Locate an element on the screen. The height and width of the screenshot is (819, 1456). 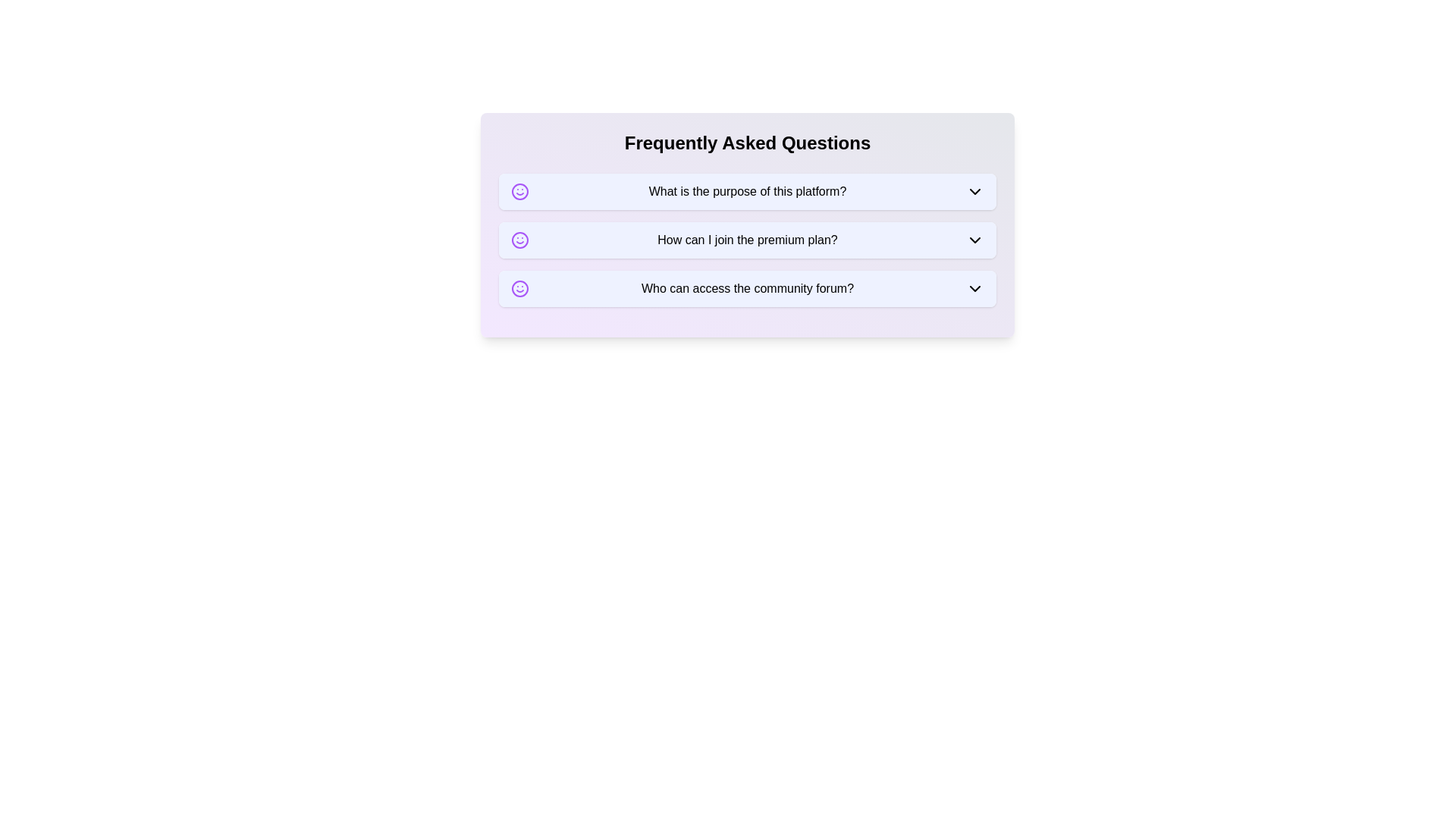
the purple SVG Circle representing the top-left part of the smiley face icon in the first FAQ item under 'Frequently Asked Questions' is located at coordinates (520, 191).